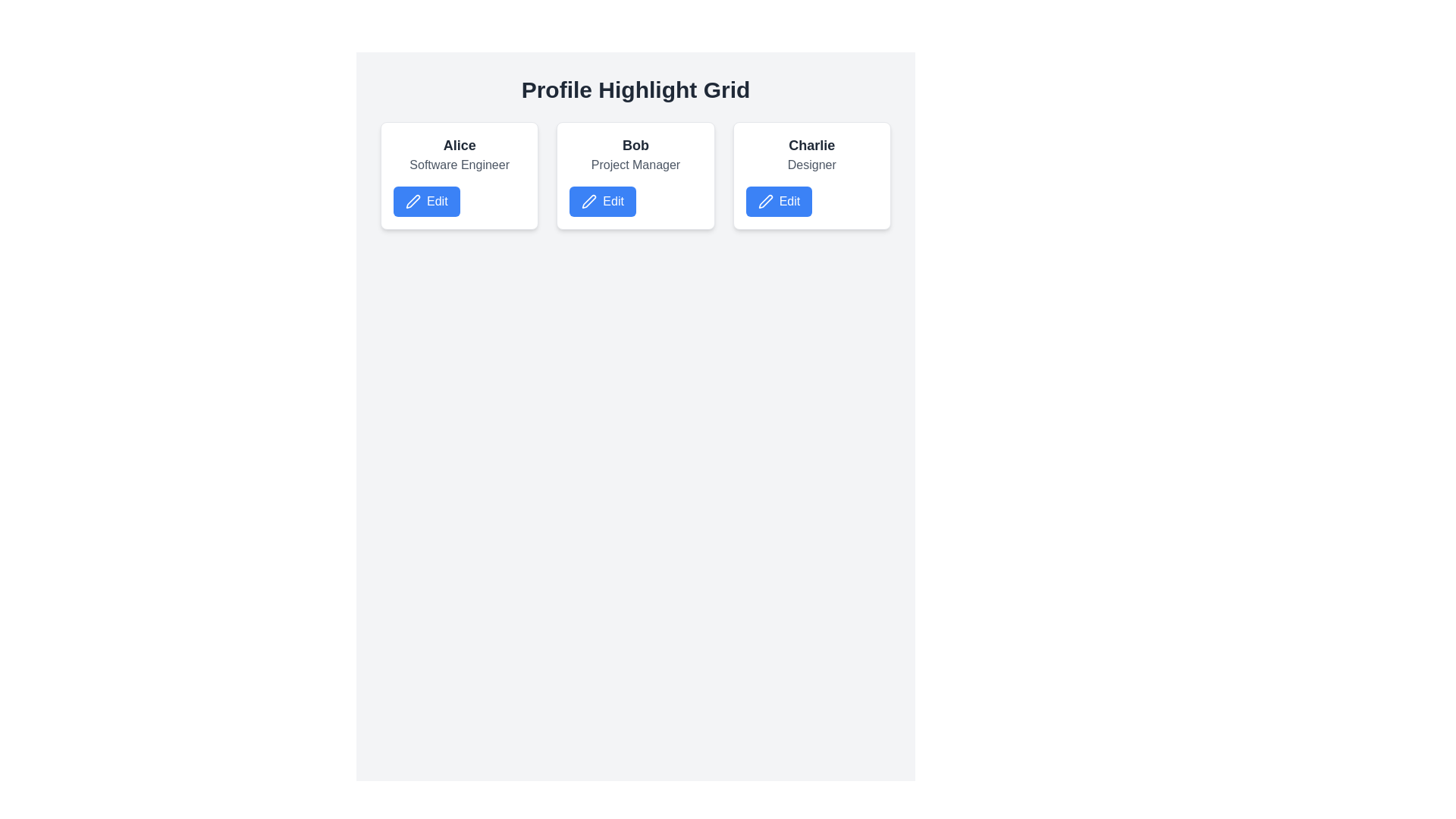  What do you see at coordinates (789, 201) in the screenshot?
I see `the text label reading 'Edit' which is styled in white on a blue background, located on the right side of a pen icon within the button interface in the third card under the profile 'Charlie'` at bounding box center [789, 201].